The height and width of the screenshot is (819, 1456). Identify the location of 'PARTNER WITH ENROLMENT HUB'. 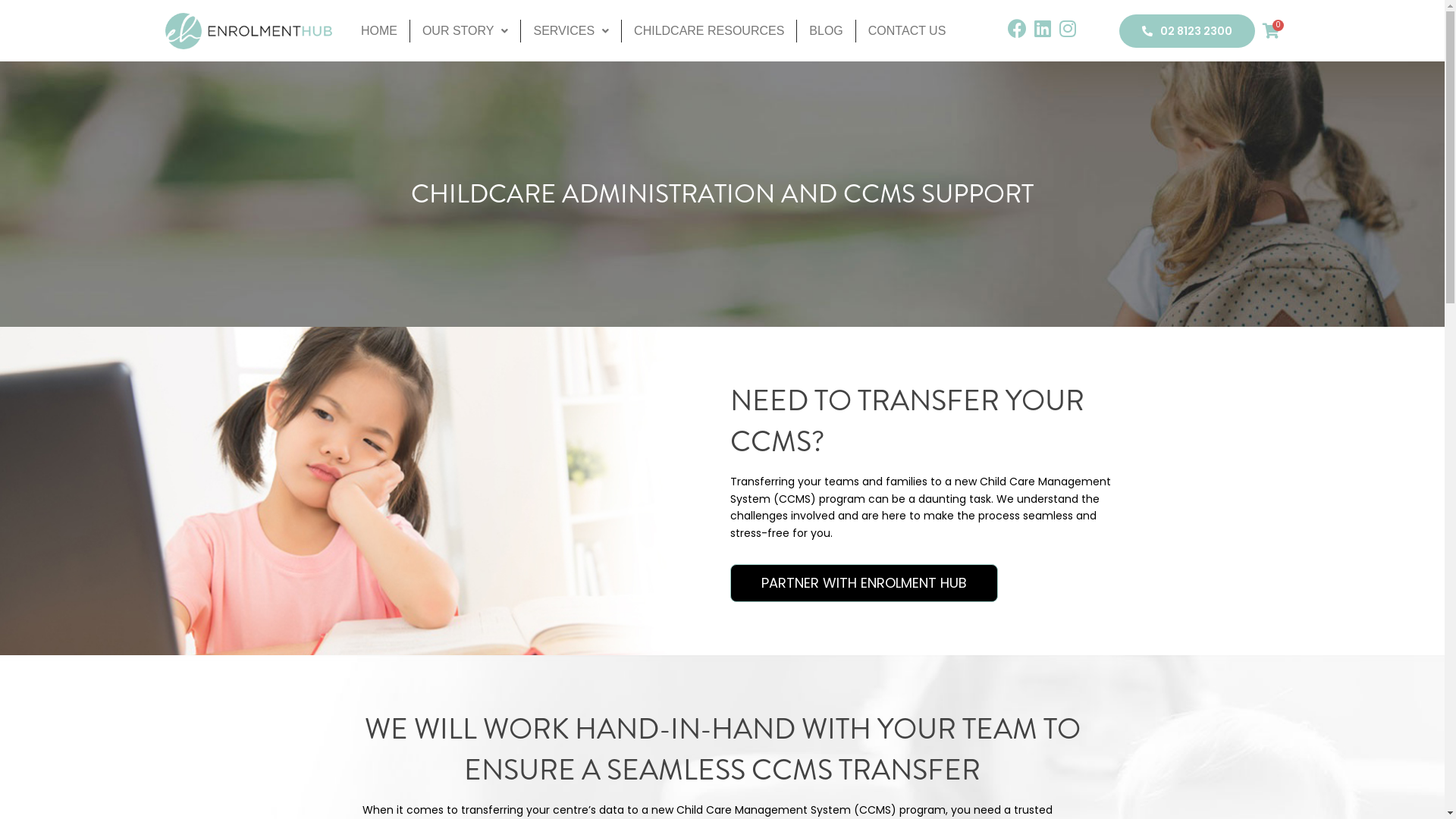
(863, 582).